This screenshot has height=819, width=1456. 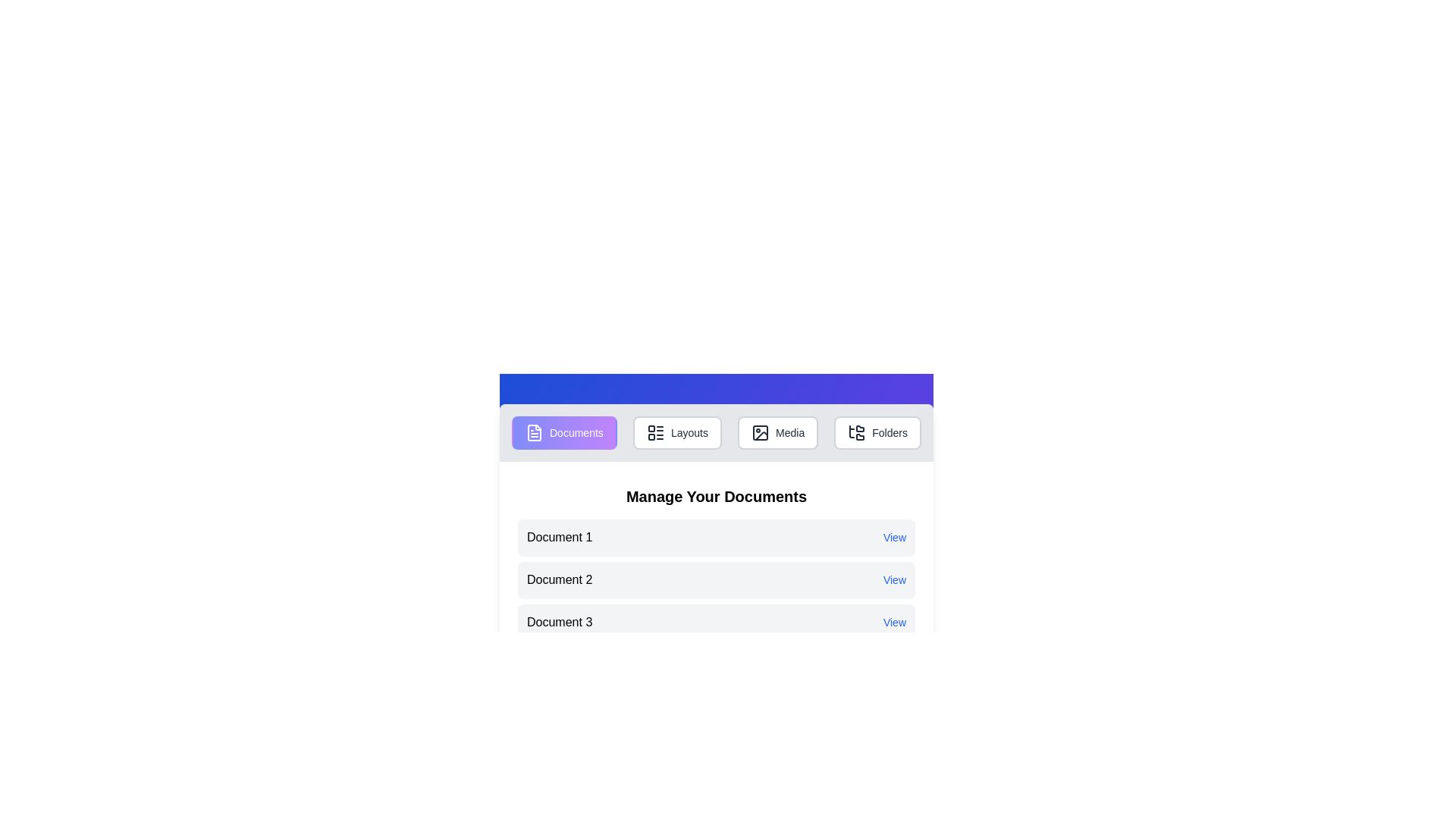 What do you see at coordinates (895, 537) in the screenshot?
I see `the hyperlink labeled 'View', which is styled in blue font and underlined on hover, located next to 'Document 1'` at bounding box center [895, 537].